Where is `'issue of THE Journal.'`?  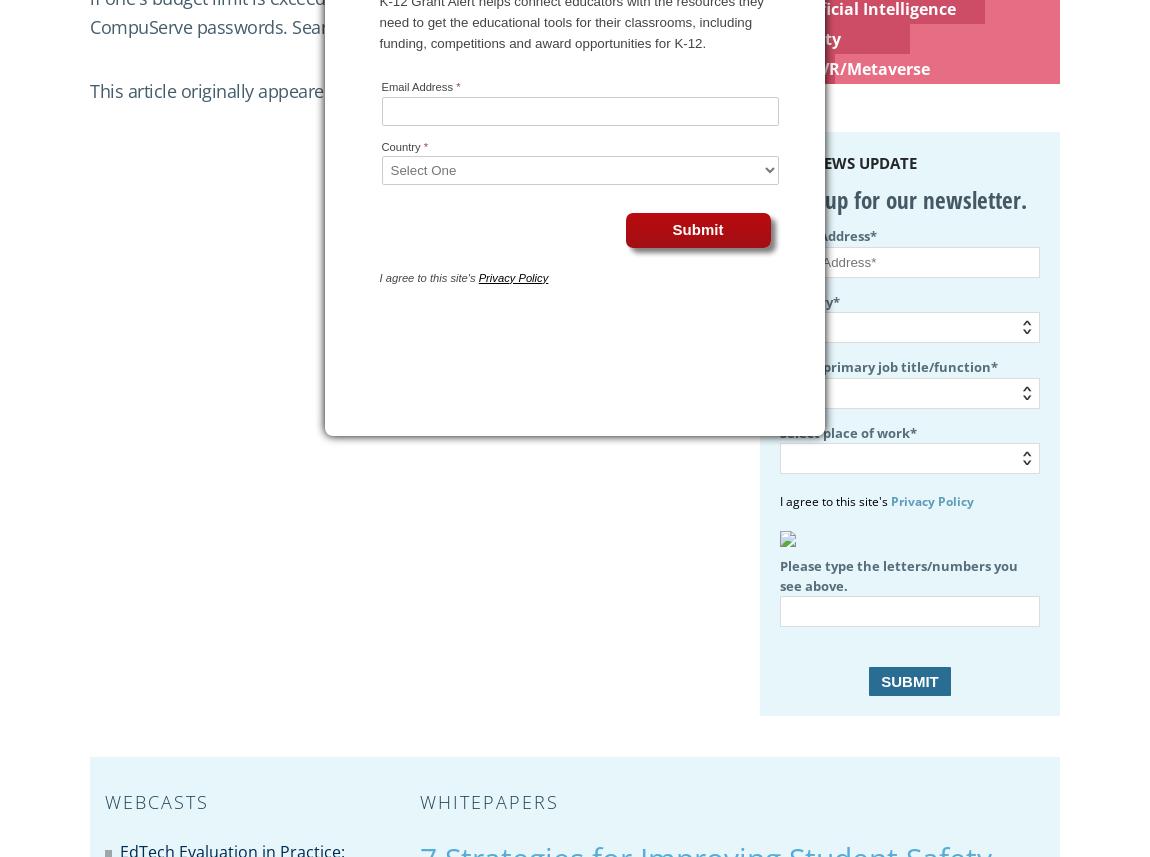
'issue of THE Journal.' is located at coordinates (560, 91).